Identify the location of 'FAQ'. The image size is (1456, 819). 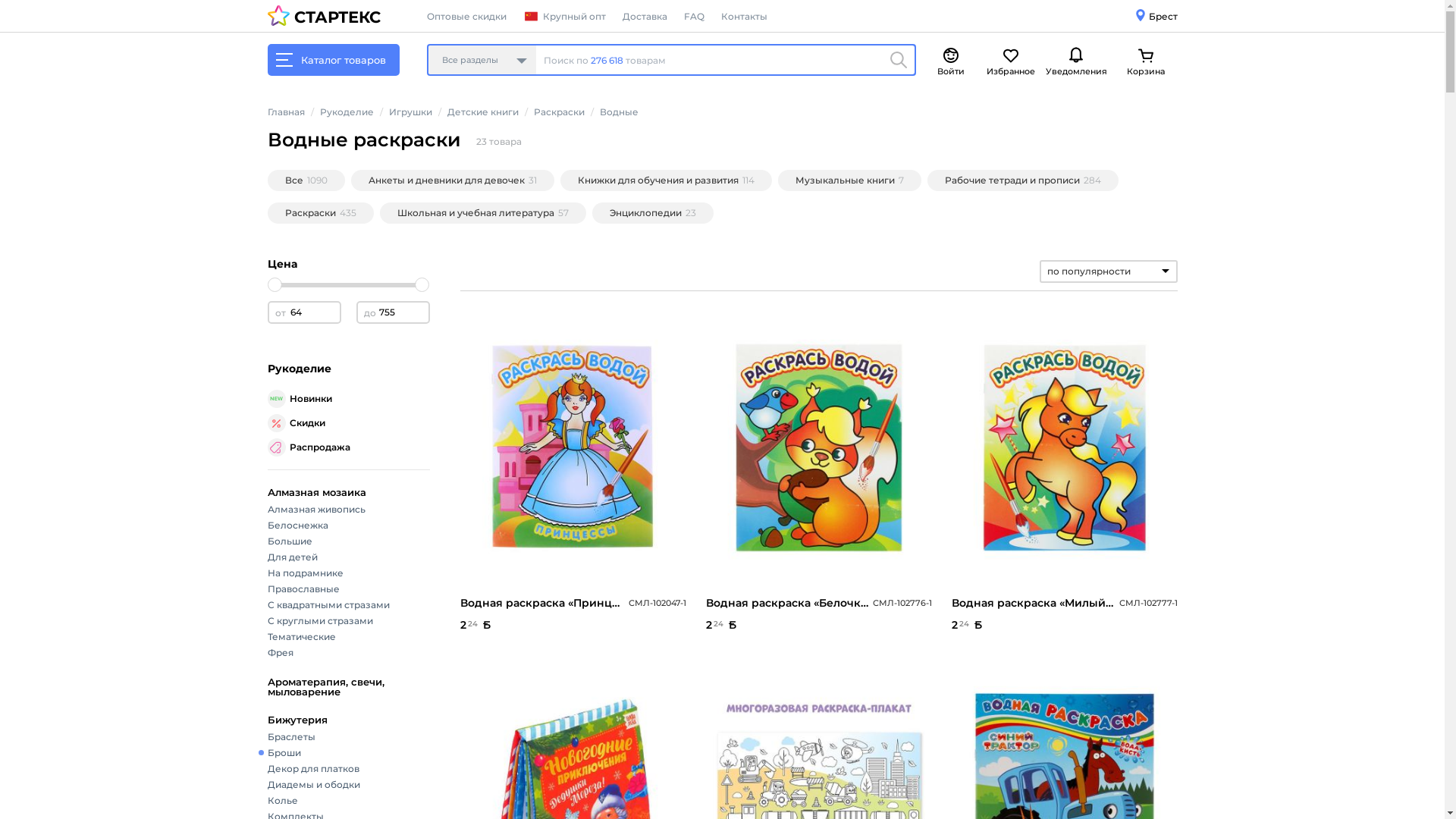
(693, 16).